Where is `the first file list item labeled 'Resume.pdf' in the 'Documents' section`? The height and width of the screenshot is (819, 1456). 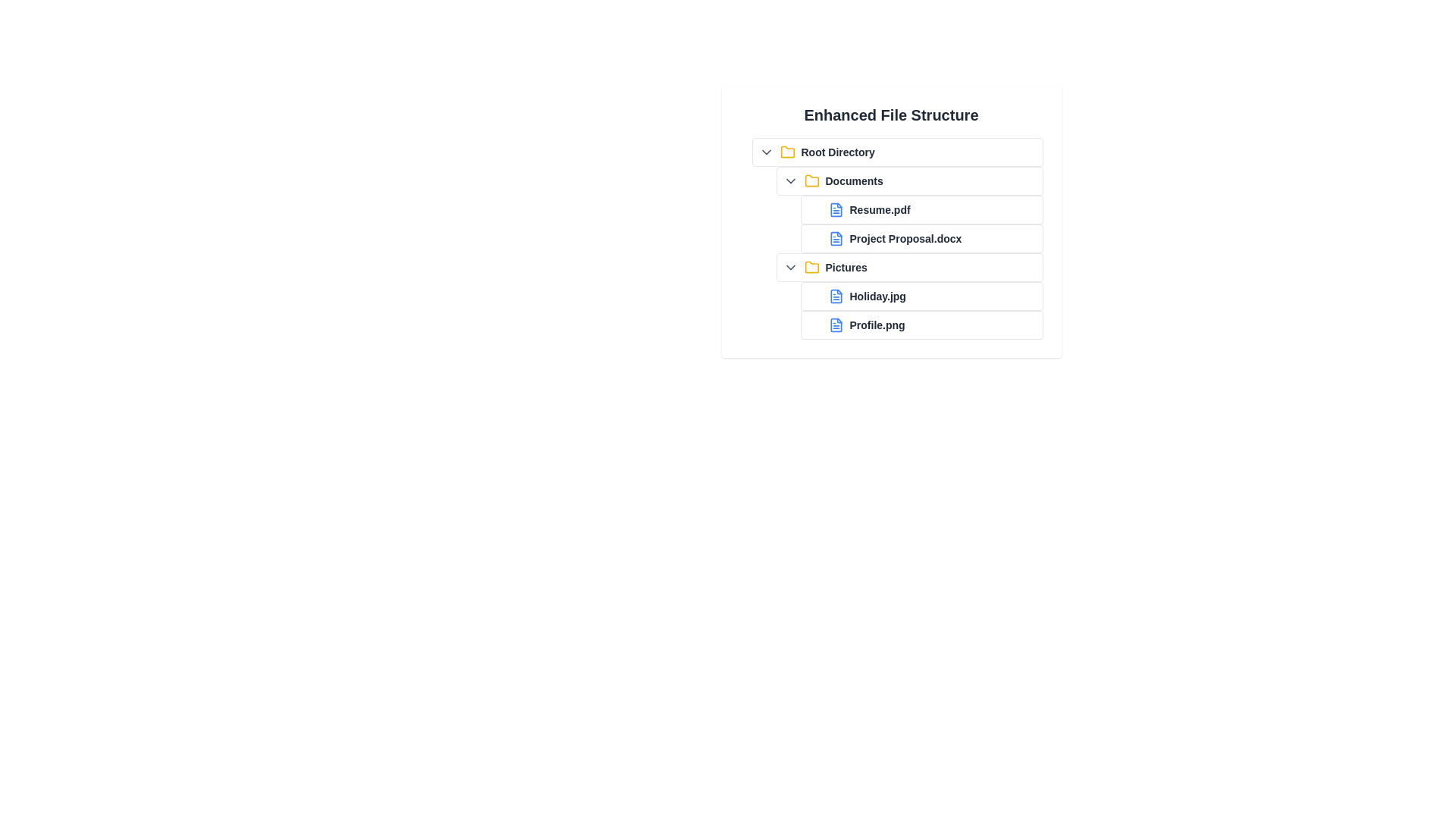
the first file list item labeled 'Resume.pdf' in the 'Documents' section is located at coordinates (921, 210).